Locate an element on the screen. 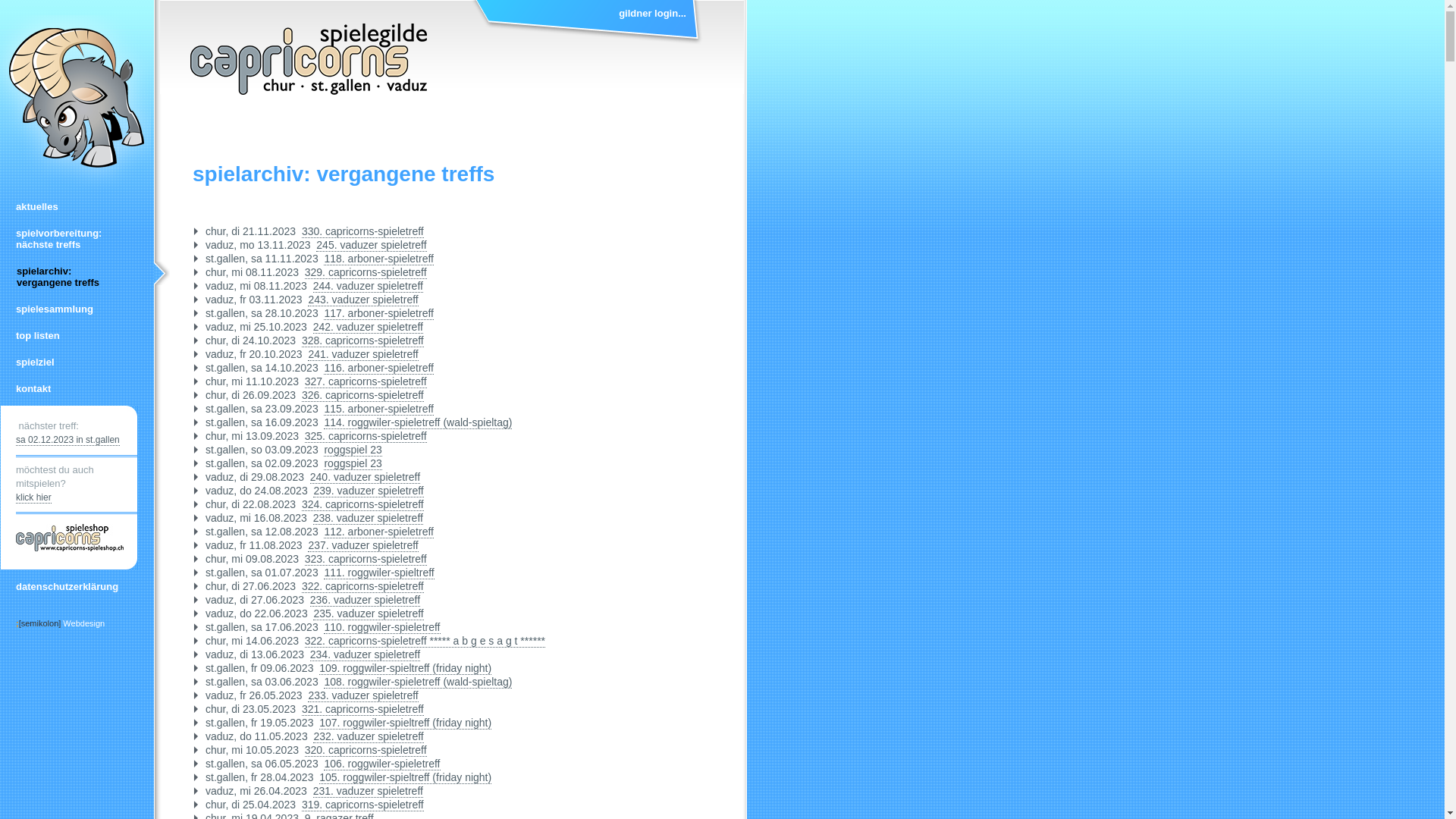  'spielesammlung' is located at coordinates (75, 308).